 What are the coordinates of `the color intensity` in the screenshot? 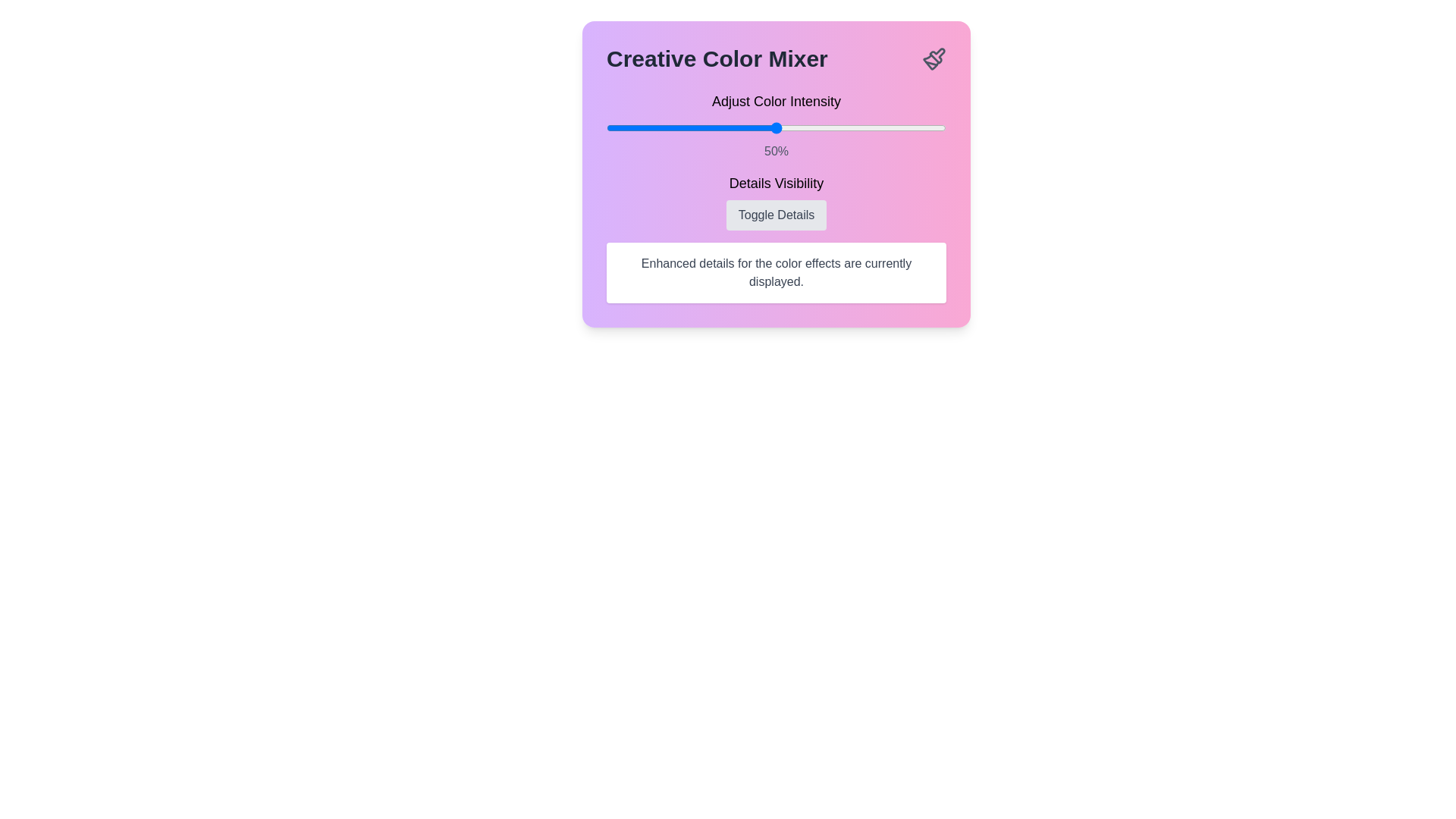 It's located at (640, 127).